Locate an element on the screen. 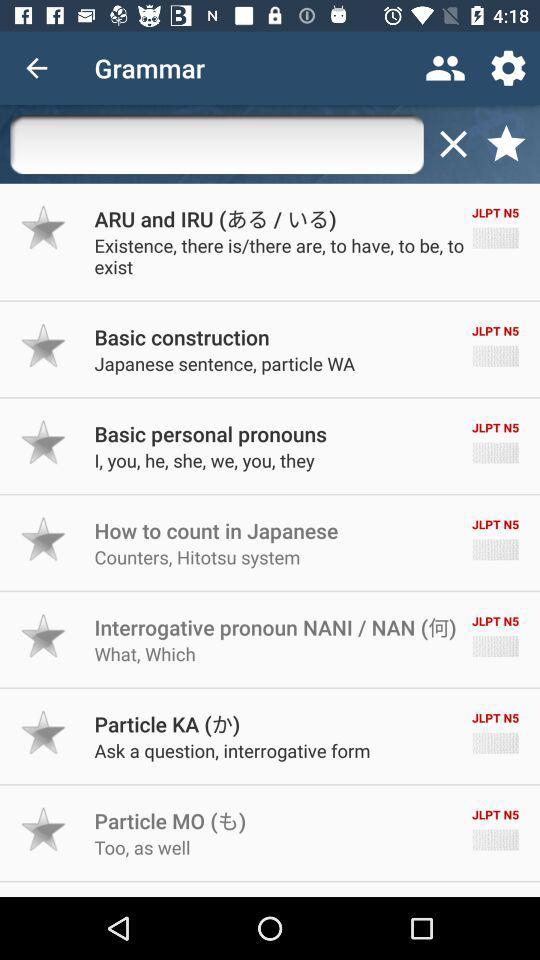  the star icon is located at coordinates (505, 143).